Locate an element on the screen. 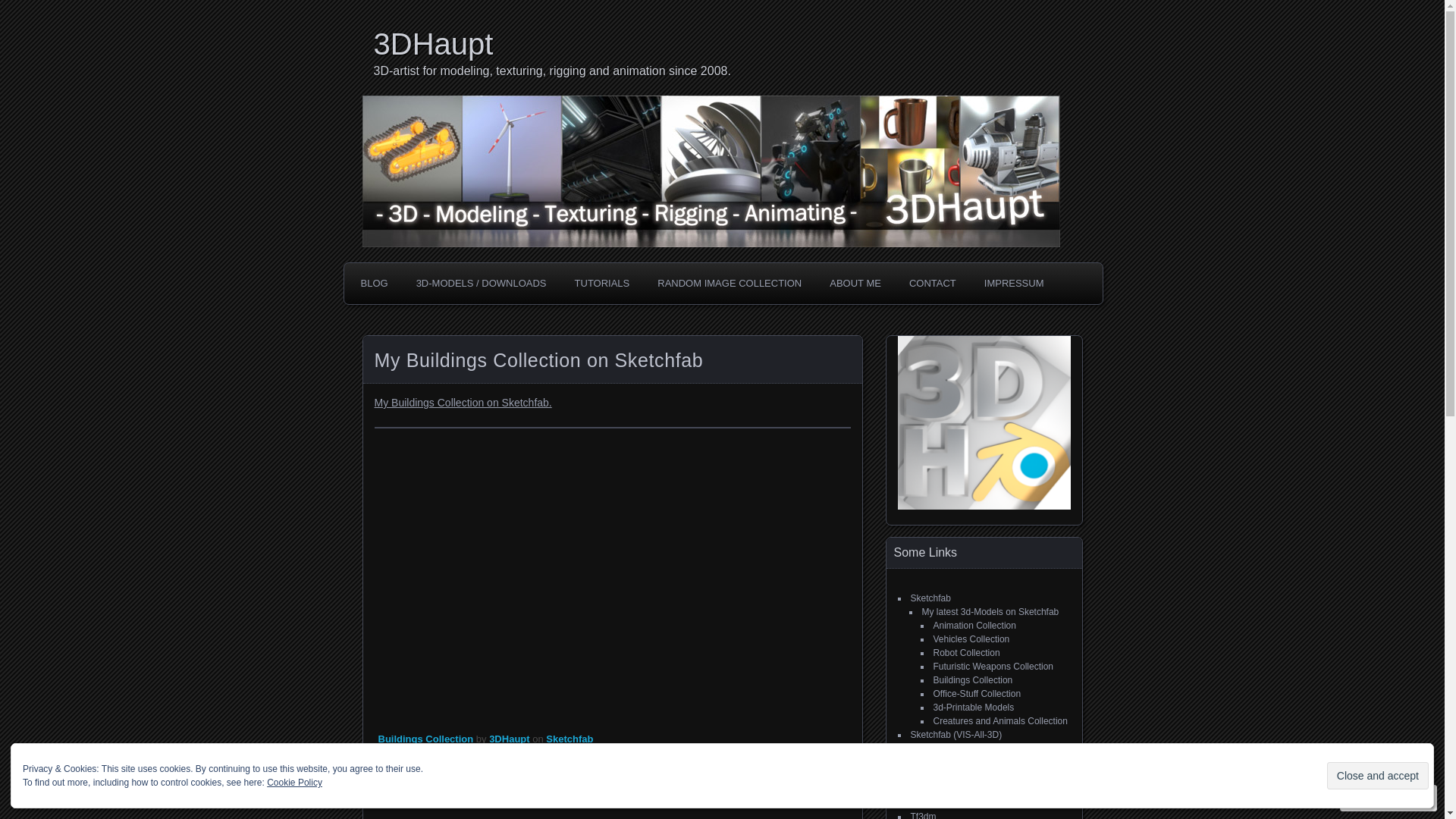 Image resolution: width=1456 pixels, height=819 pixels. 'CGTrader' is located at coordinates (929, 748).